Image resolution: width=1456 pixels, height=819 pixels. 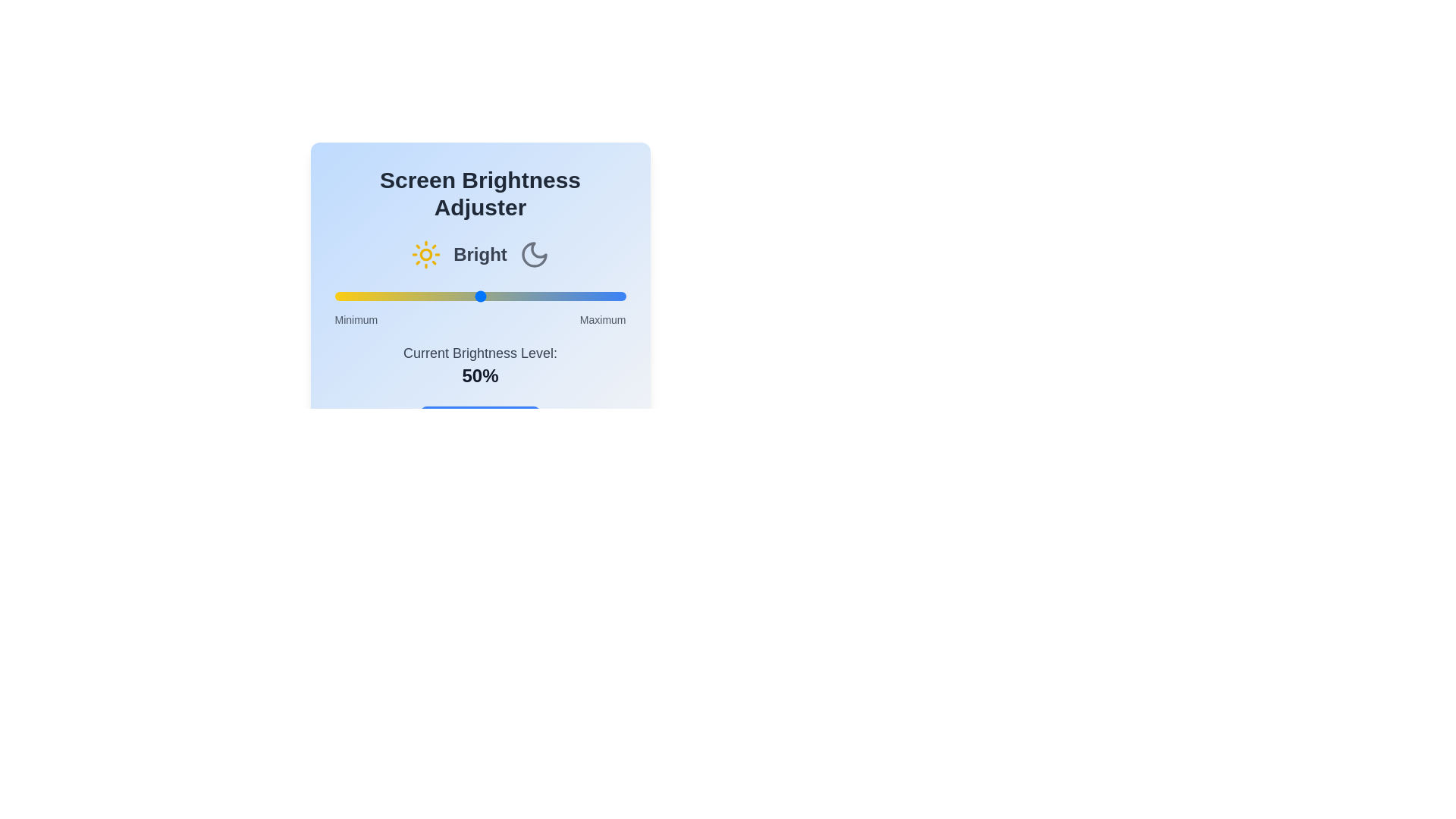 What do you see at coordinates (611, 296) in the screenshot?
I see `the brightness slider to 95%` at bounding box center [611, 296].